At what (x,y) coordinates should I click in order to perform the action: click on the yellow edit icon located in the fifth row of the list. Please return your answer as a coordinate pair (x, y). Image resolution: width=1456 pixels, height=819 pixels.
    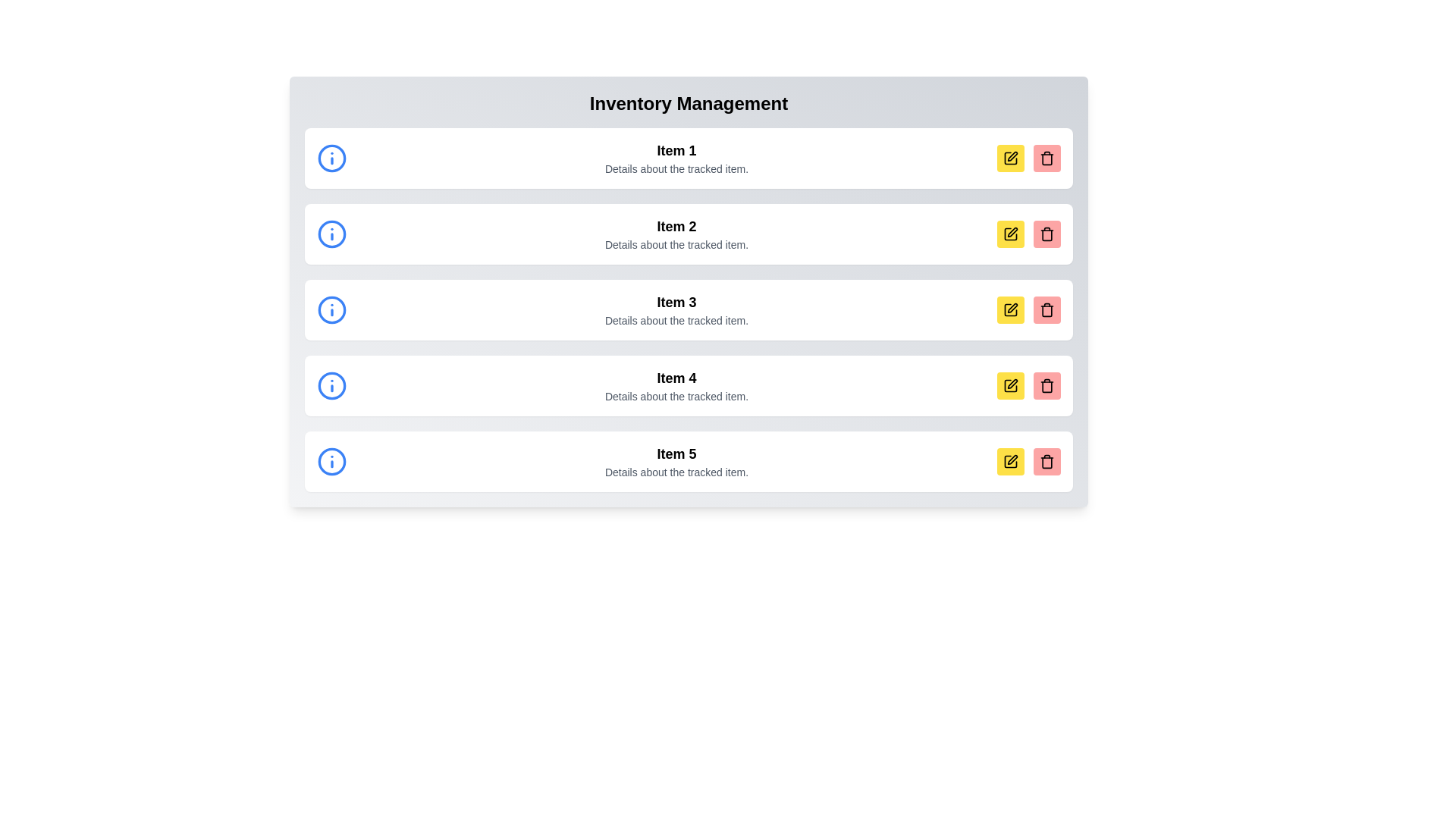
    Looking at the image, I should click on (1011, 385).